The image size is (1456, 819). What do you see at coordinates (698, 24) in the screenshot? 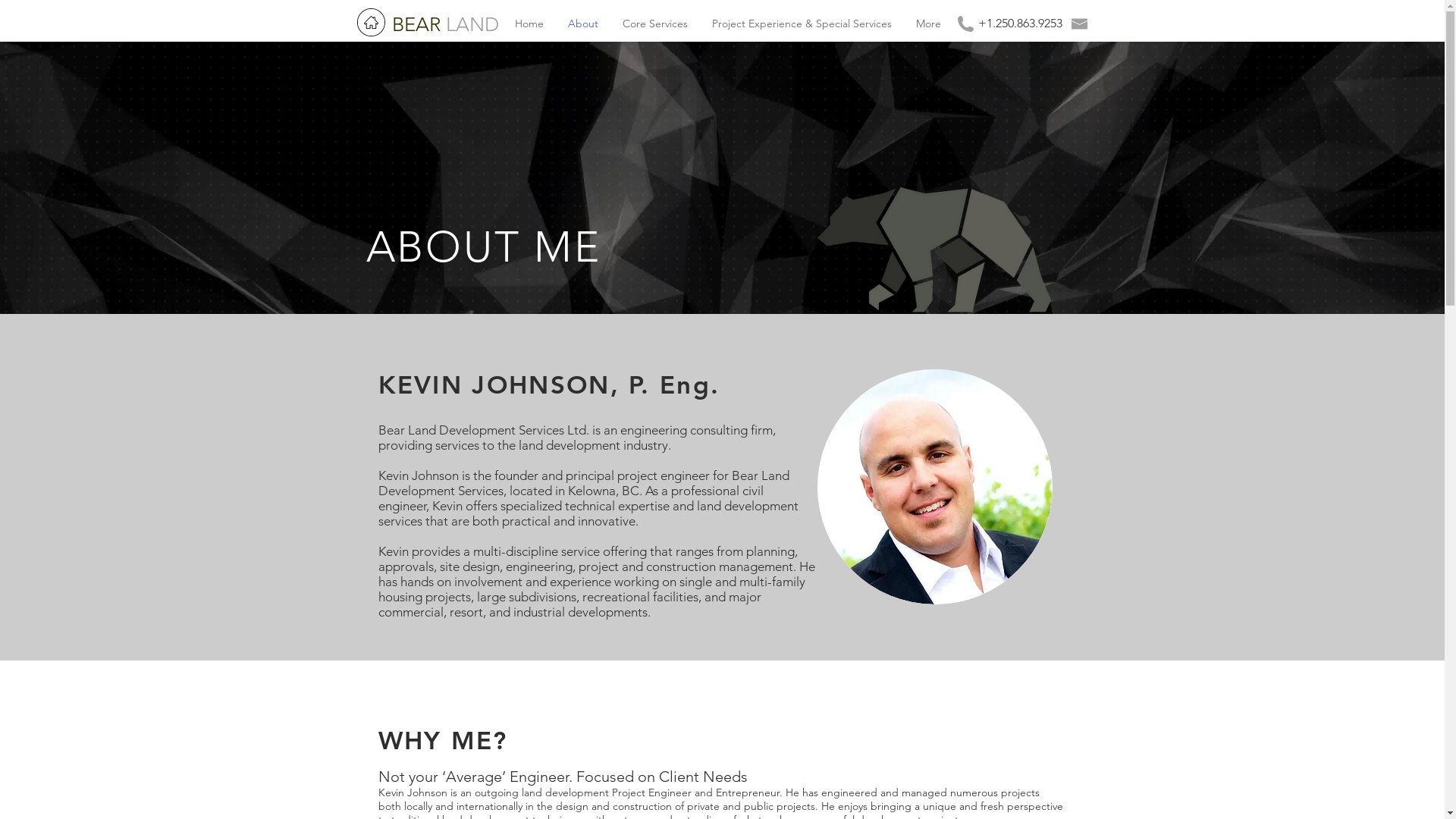
I see `'Project Experience & Special Services'` at bounding box center [698, 24].